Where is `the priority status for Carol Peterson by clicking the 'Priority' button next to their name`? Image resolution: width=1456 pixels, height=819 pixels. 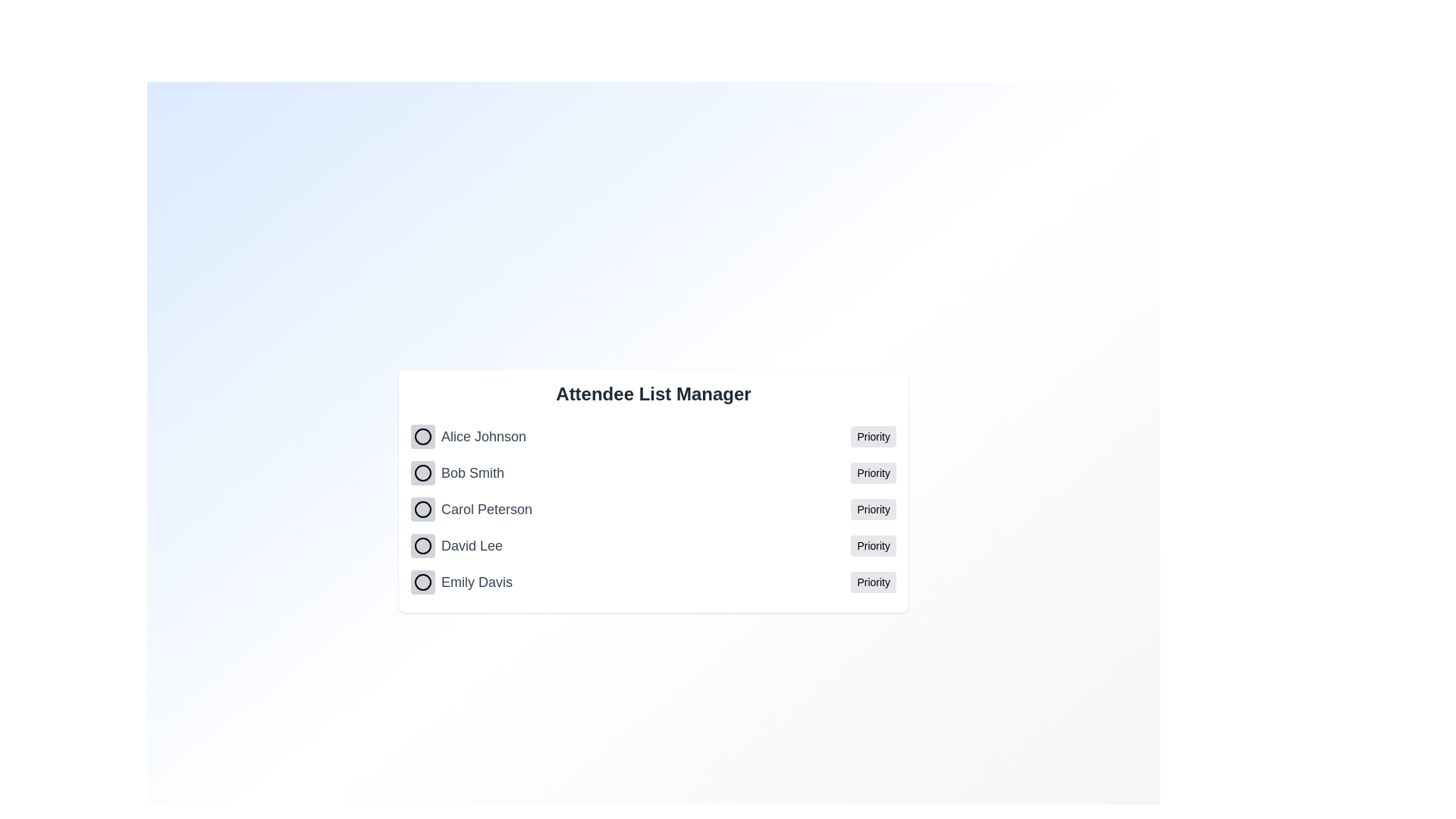 the priority status for Carol Peterson by clicking the 'Priority' button next to their name is located at coordinates (874, 509).